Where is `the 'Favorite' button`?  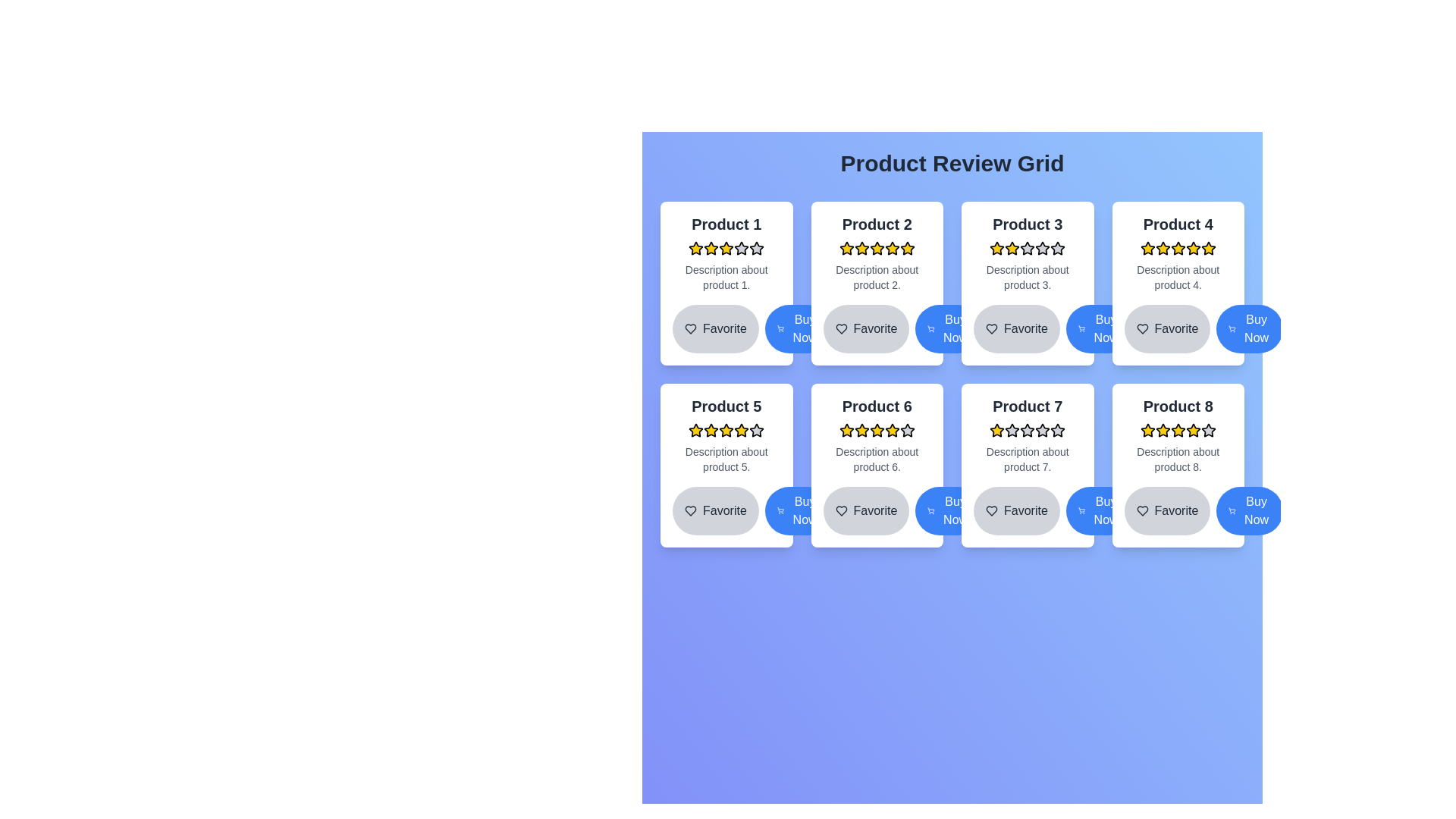
the 'Favorite' button is located at coordinates (714, 511).